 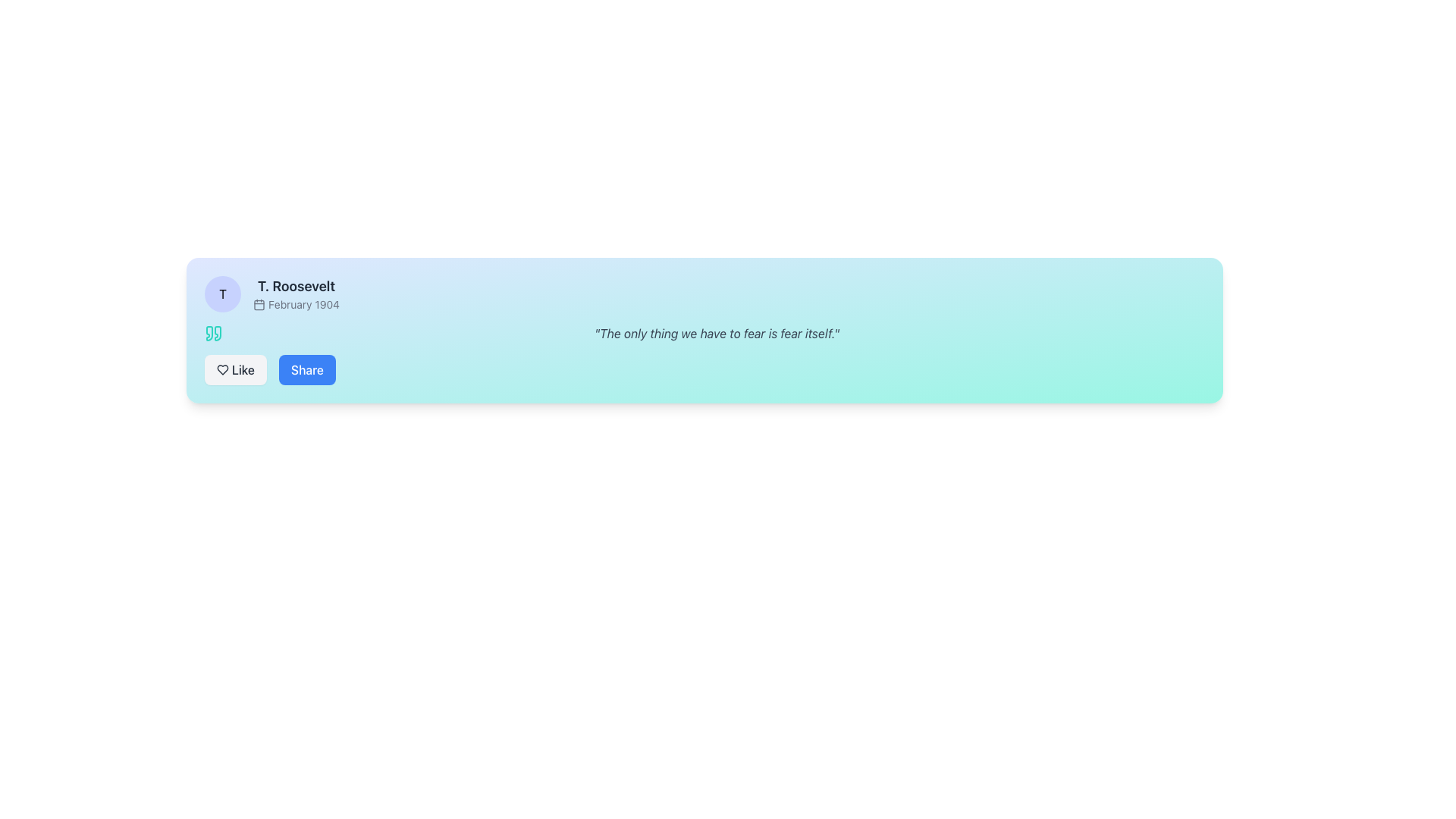 I want to click on the circular badge or avatar that serves as a profile picture placeholder, identified by a single letter, positioned to the far left of the text 'T. Roosevelt' and 'February 1904', so click(x=221, y=294).